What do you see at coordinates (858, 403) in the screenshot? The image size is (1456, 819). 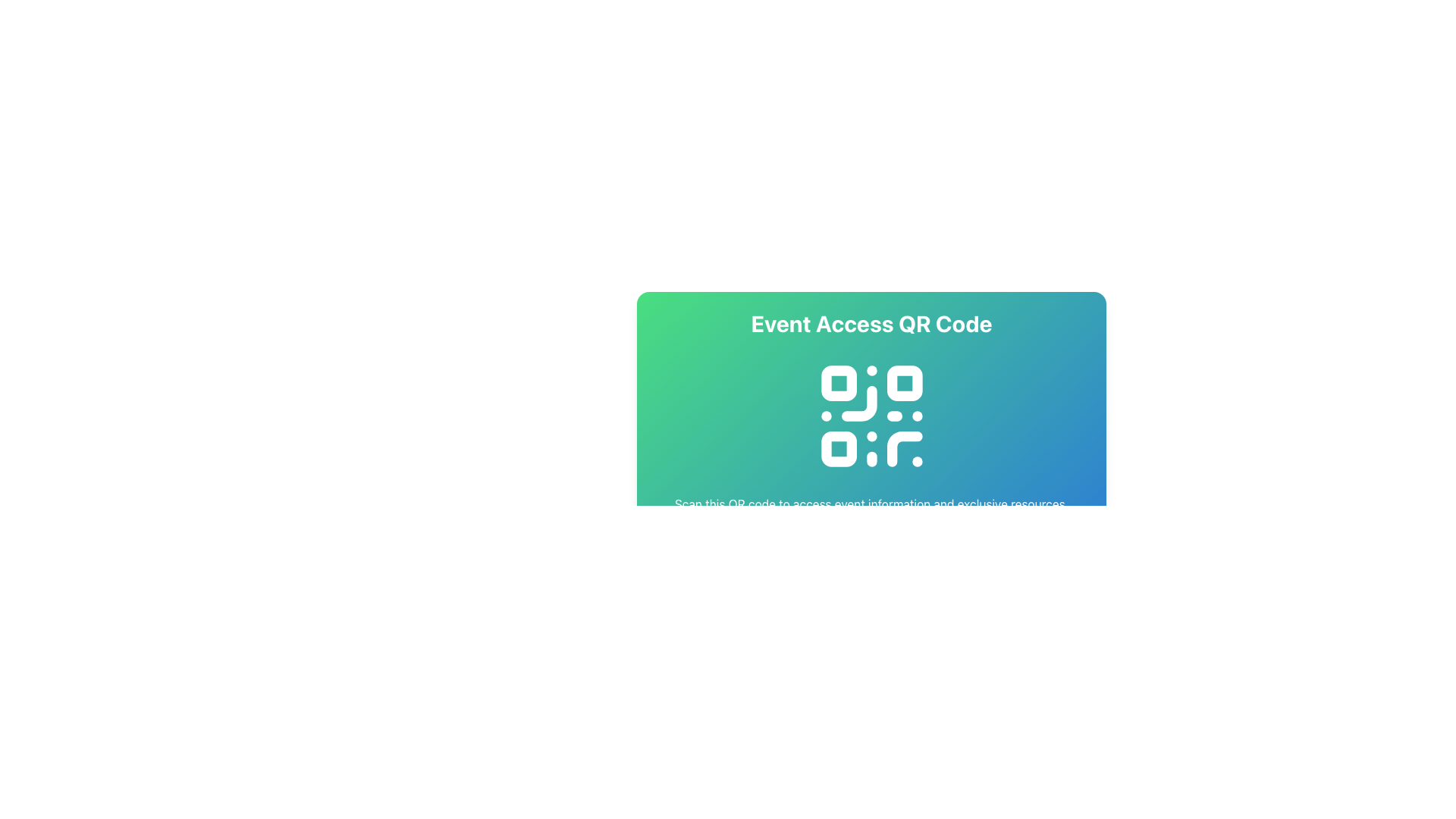 I see `the central lower-left area of the QR code icon, which is adjacent to a square module in the top left` at bounding box center [858, 403].